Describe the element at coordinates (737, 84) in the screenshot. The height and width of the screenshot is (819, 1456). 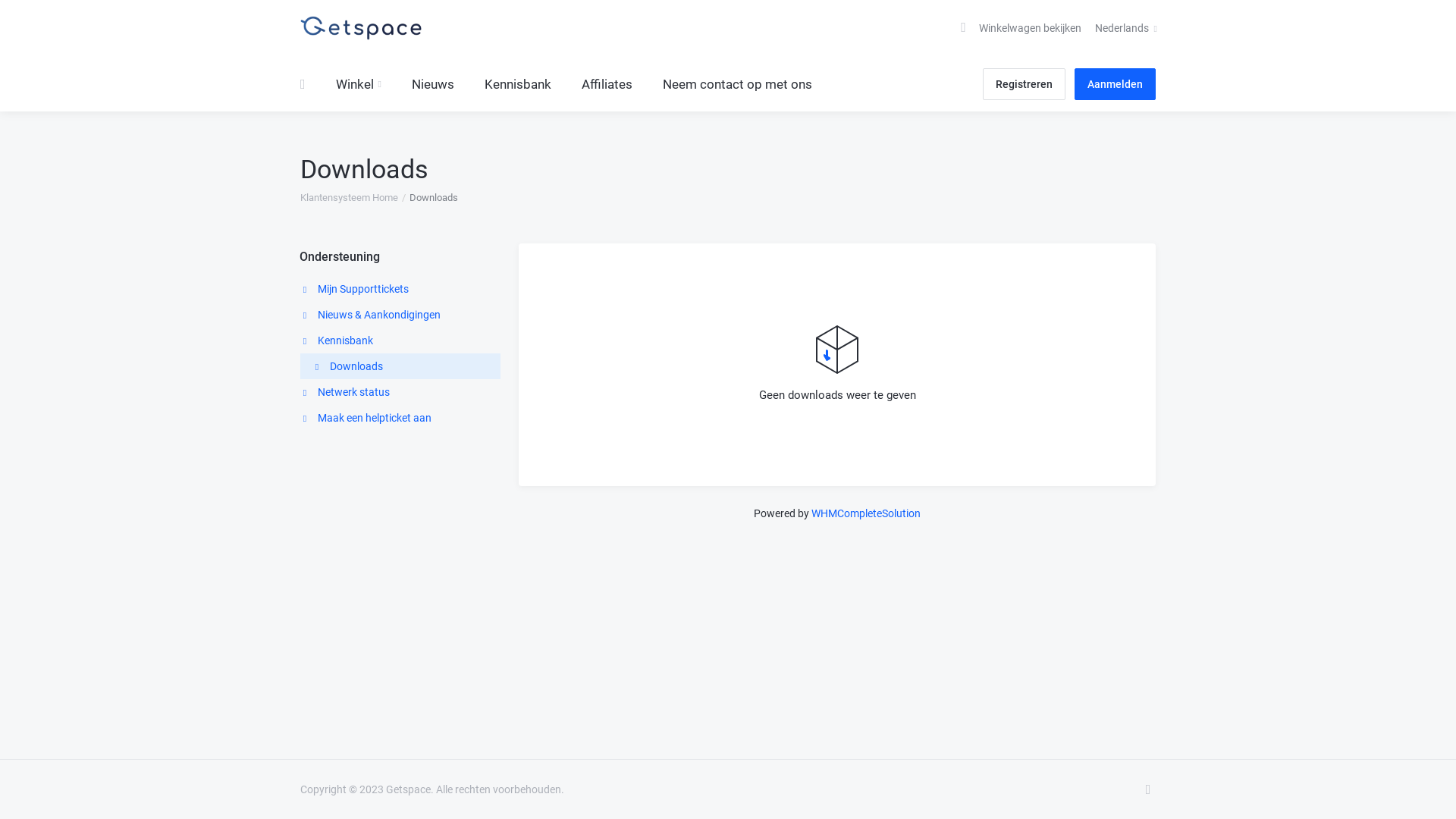
I see `'Neem contact op met ons'` at that location.